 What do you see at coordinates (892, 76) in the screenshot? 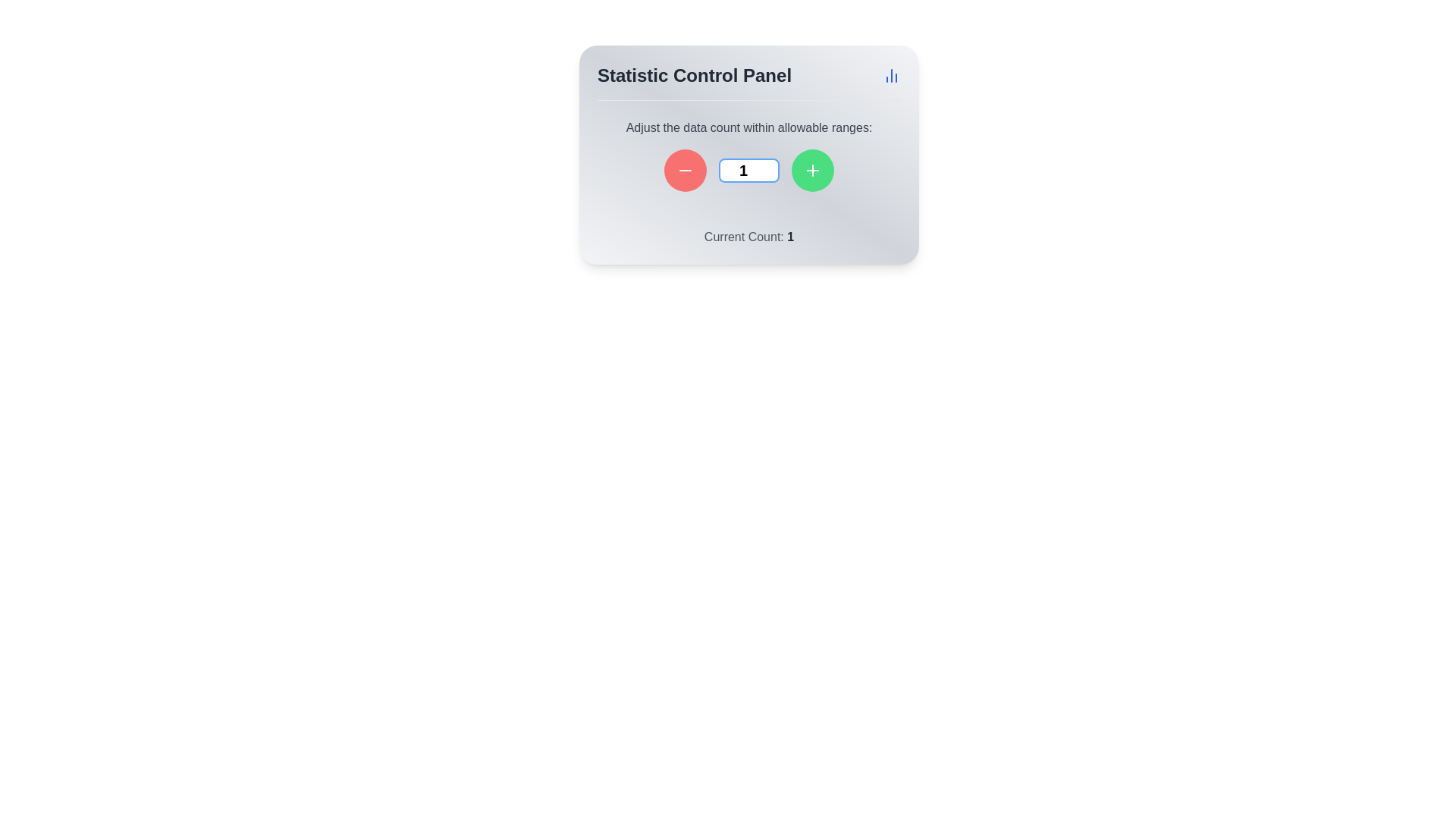
I see `the blue-colored chart icon with three vertical bars located in the upper-right corner of the 'Statistic Control Panel', adjacent to the title text` at bounding box center [892, 76].